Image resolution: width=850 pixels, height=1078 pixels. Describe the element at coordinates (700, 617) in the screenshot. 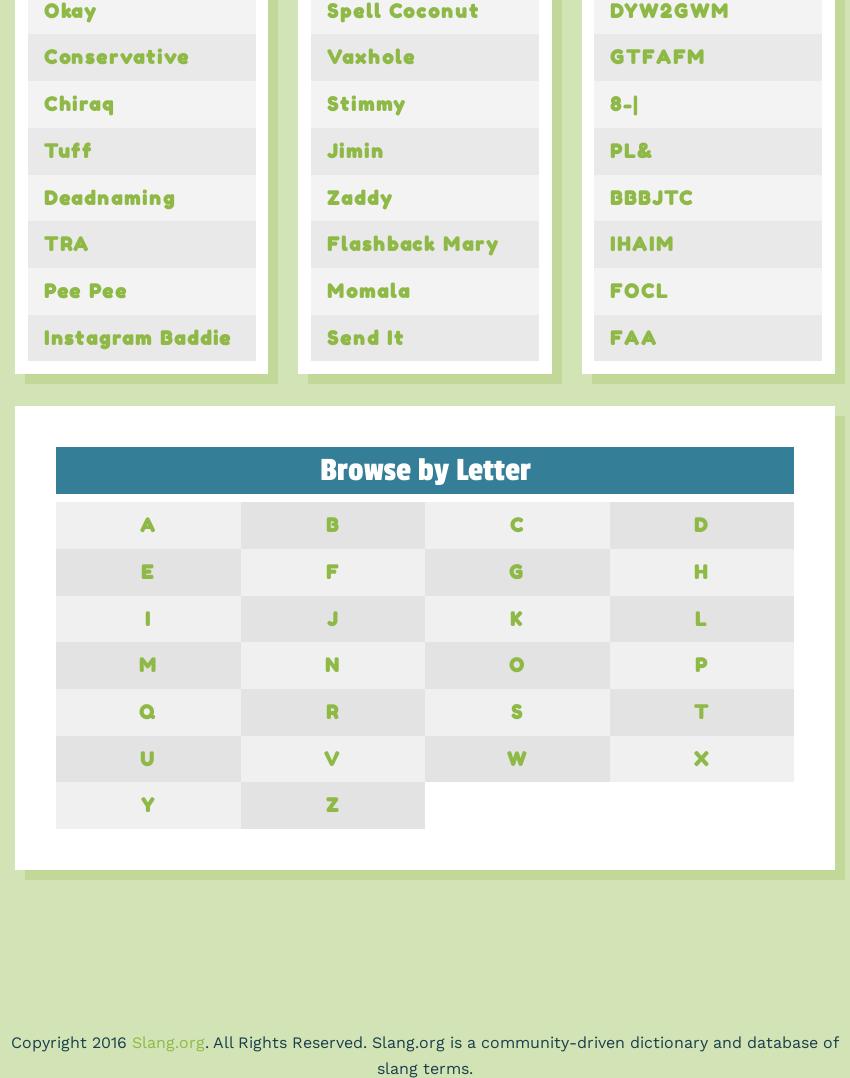

I see `'L'` at that location.